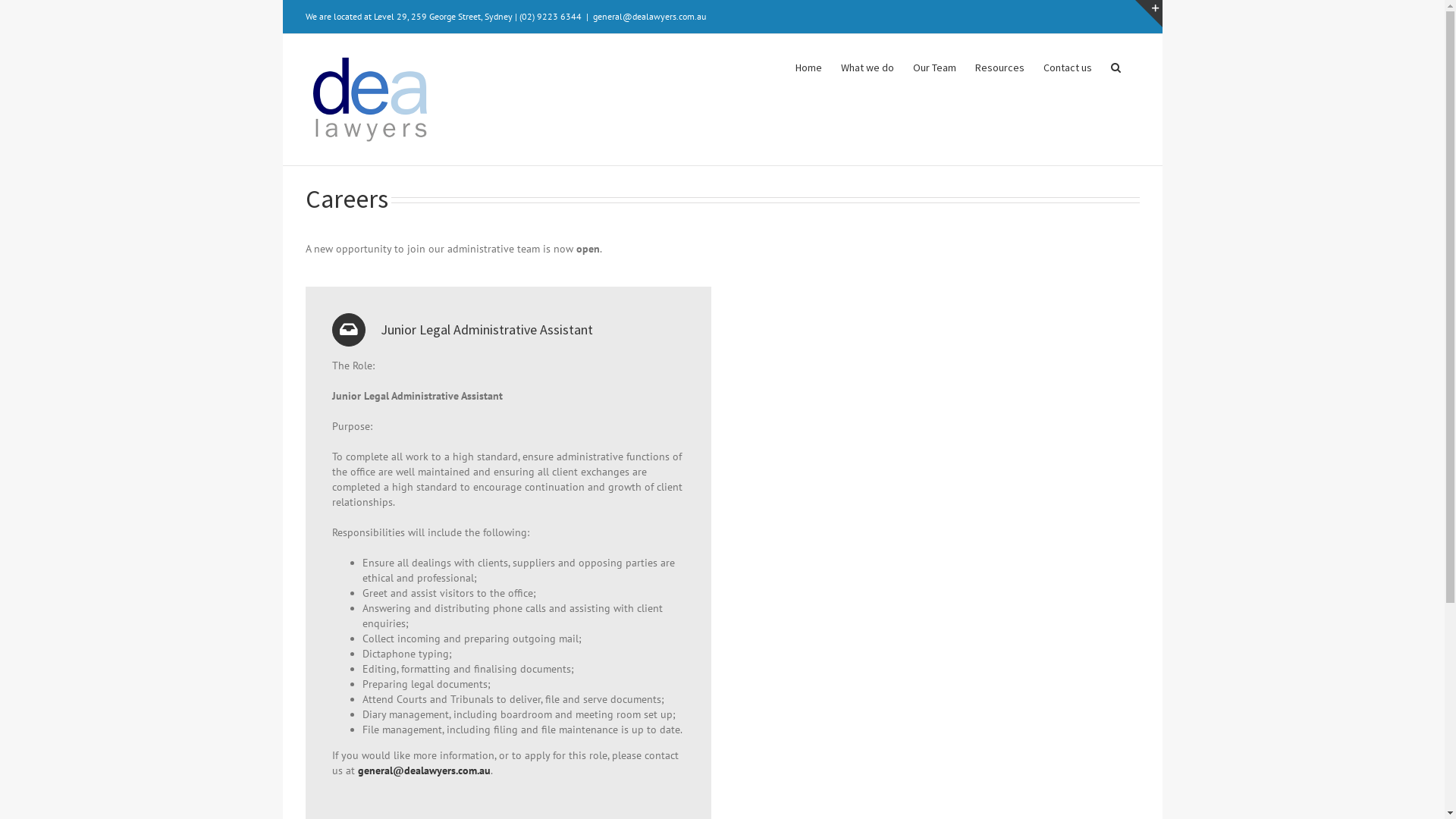 This screenshot has width=1456, height=819. What do you see at coordinates (1066, 65) in the screenshot?
I see `'Contact us'` at bounding box center [1066, 65].